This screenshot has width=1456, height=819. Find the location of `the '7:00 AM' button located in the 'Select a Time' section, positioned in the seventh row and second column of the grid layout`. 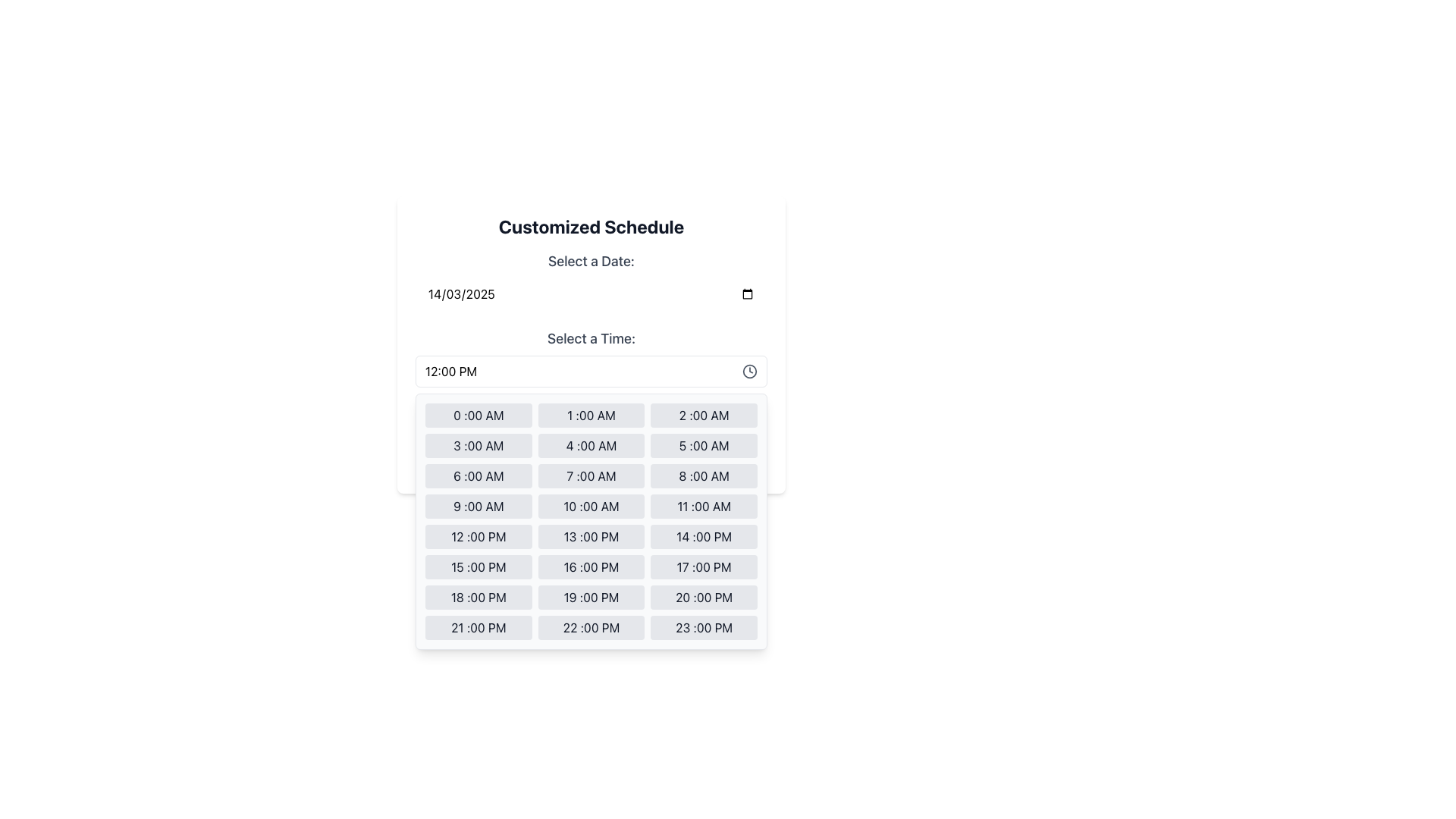

the '7:00 AM' button located in the 'Select a Time' section, positioned in the seventh row and second column of the grid layout is located at coordinates (590, 475).